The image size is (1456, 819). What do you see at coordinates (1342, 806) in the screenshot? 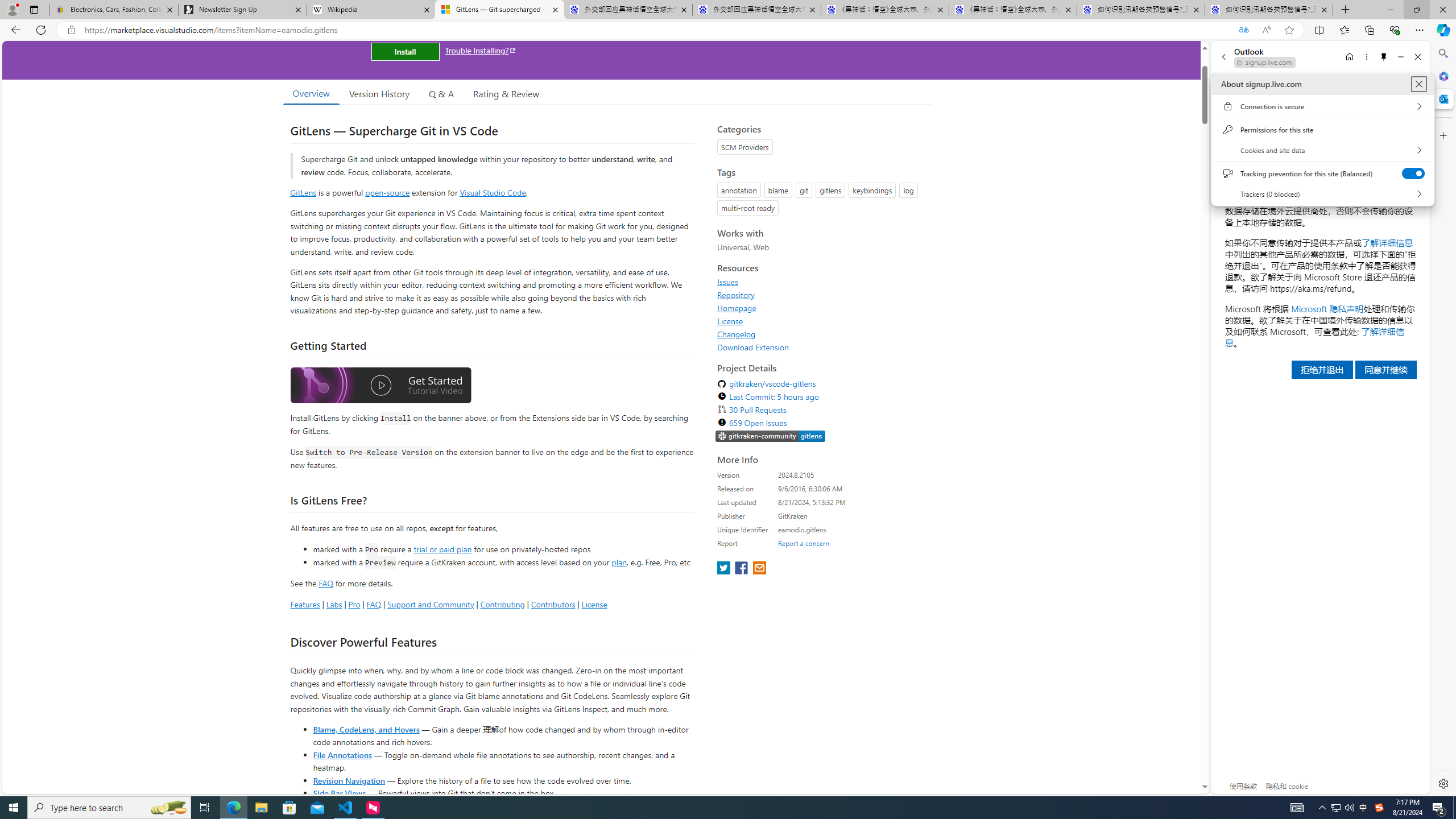
I see `'User Promoted Notification Area'` at bounding box center [1342, 806].